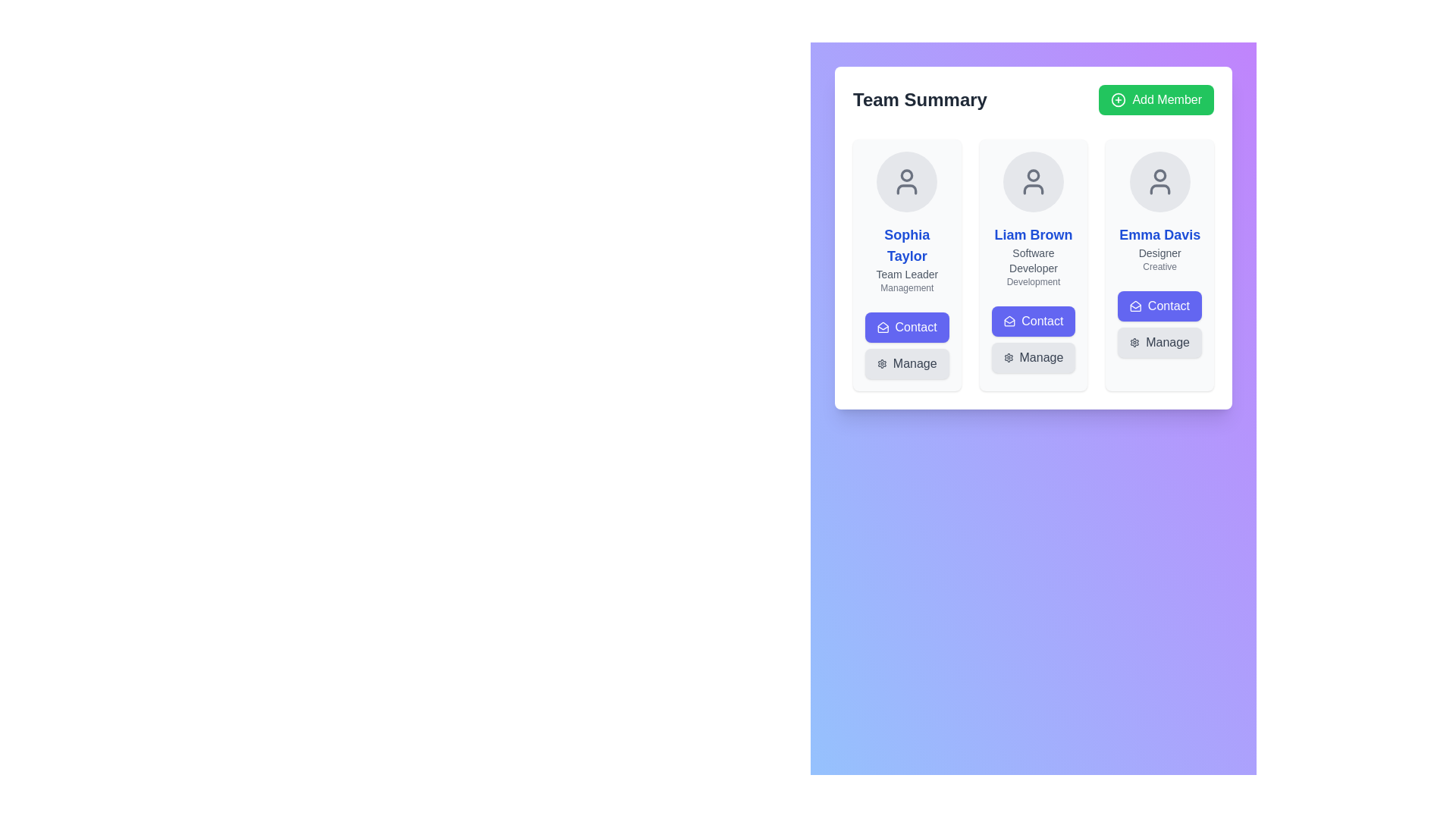  What do you see at coordinates (907, 288) in the screenshot?
I see `the 'Management' text description element associated with team member 'Sophia Taylor', which is located below 'Team Leader' and above the 'Contact' and 'Manage' buttons` at bounding box center [907, 288].